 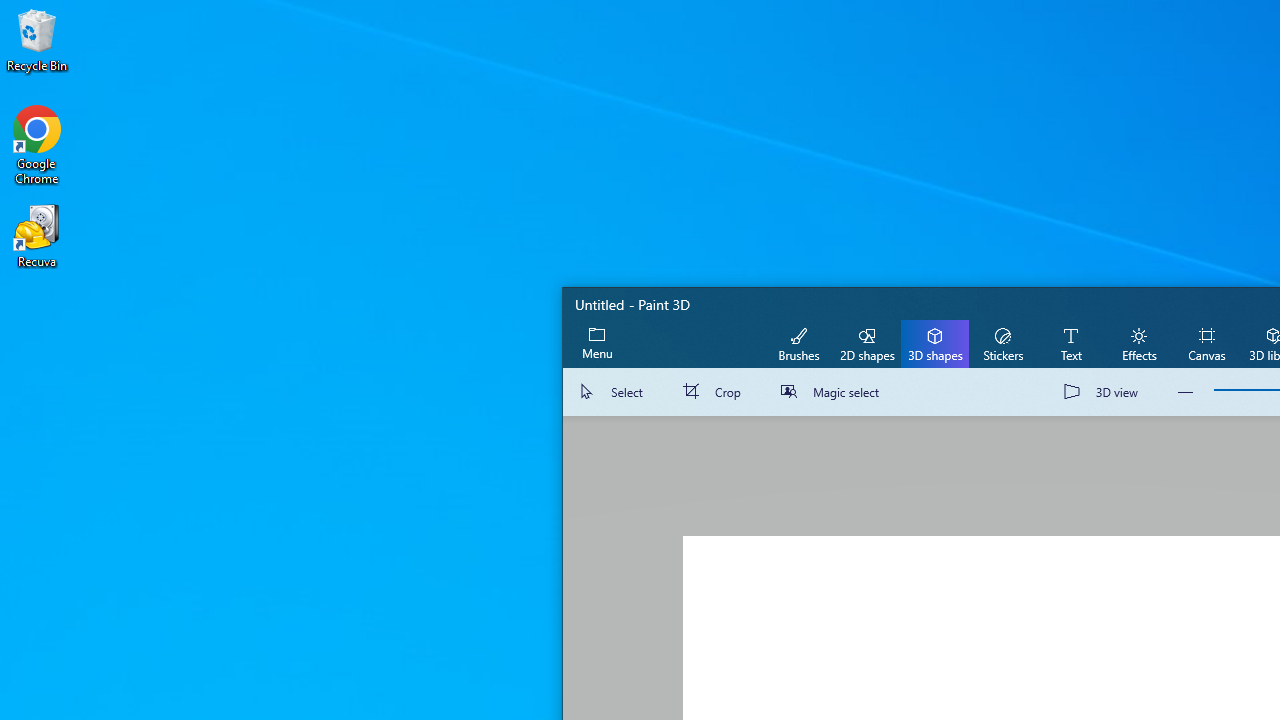 What do you see at coordinates (867, 342) in the screenshot?
I see `'2D shapes'` at bounding box center [867, 342].